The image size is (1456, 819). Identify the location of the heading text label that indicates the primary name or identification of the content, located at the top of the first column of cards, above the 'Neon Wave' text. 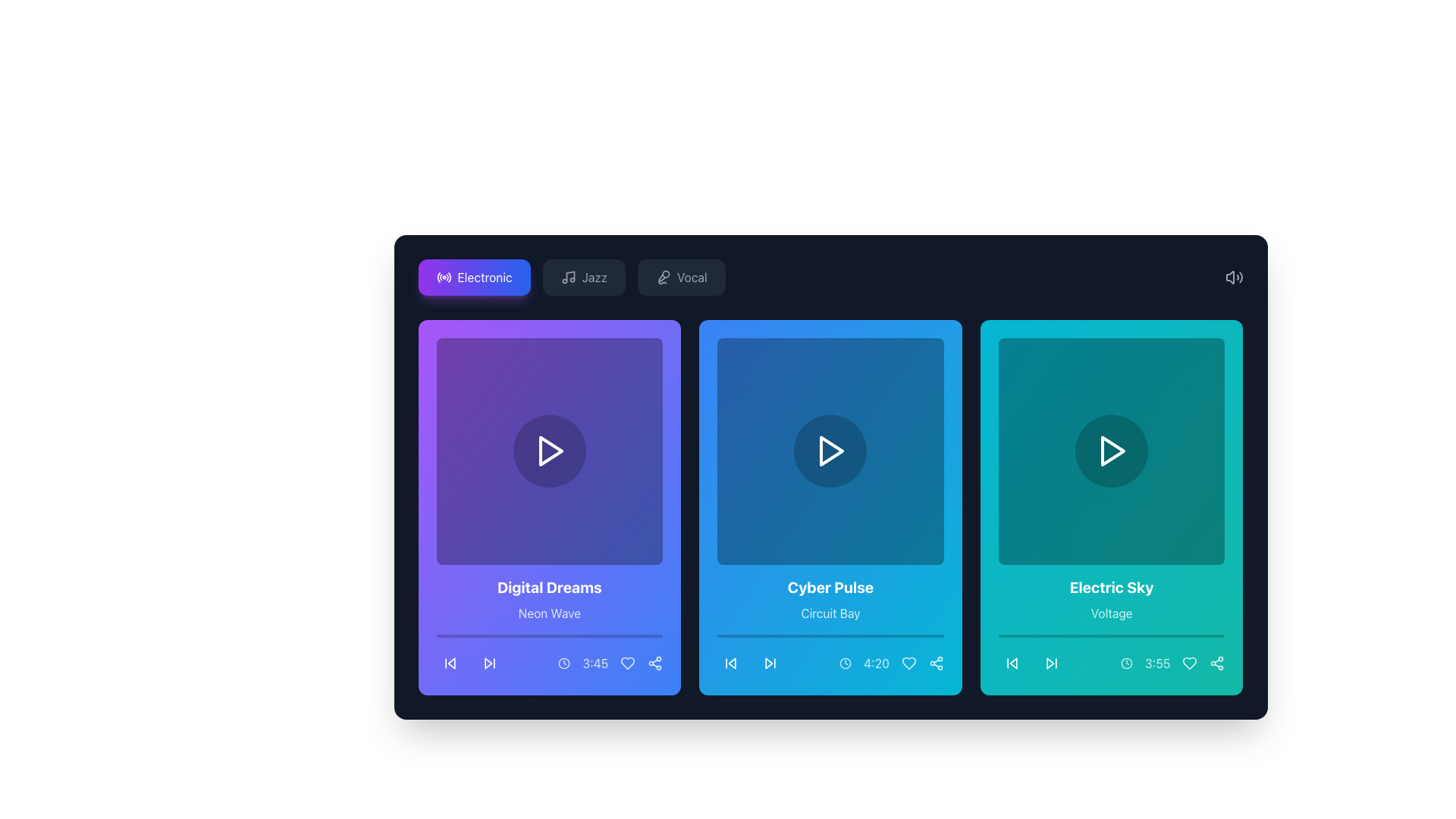
(548, 586).